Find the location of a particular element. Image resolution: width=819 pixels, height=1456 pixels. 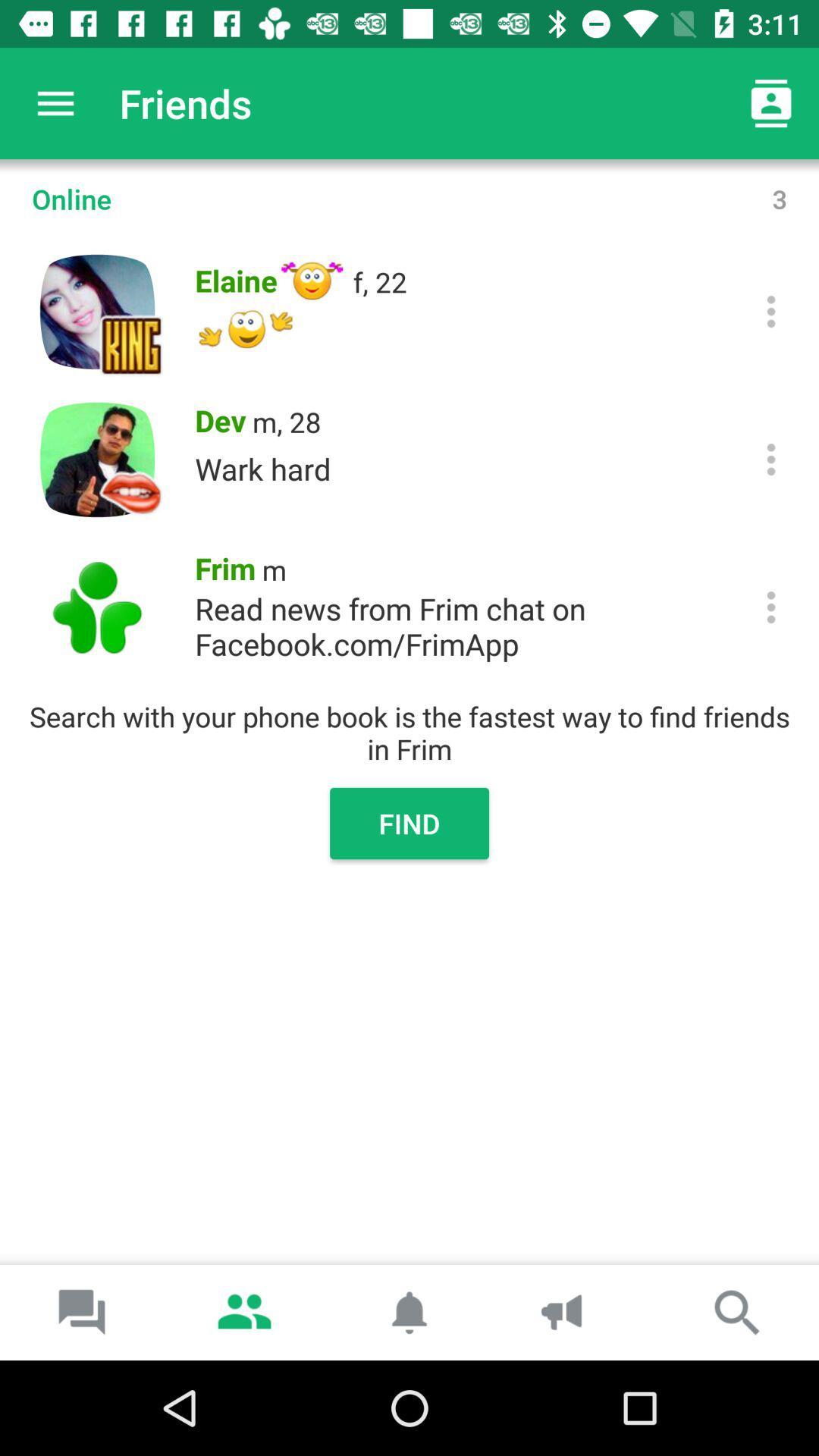

show options is located at coordinates (771, 311).